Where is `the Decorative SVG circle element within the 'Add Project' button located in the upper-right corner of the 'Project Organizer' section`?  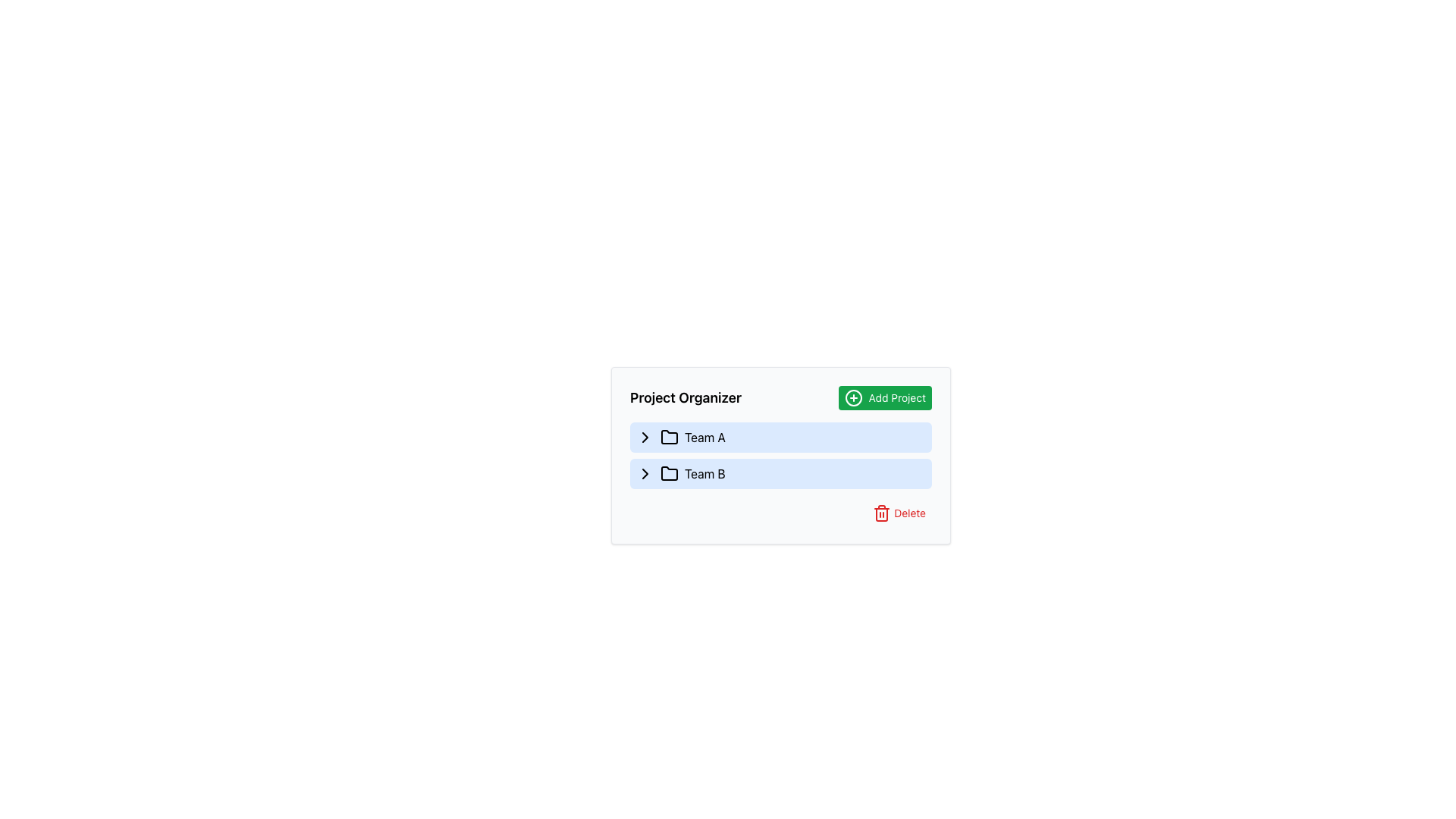 the Decorative SVG circle element within the 'Add Project' button located in the upper-right corner of the 'Project Organizer' section is located at coordinates (853, 397).